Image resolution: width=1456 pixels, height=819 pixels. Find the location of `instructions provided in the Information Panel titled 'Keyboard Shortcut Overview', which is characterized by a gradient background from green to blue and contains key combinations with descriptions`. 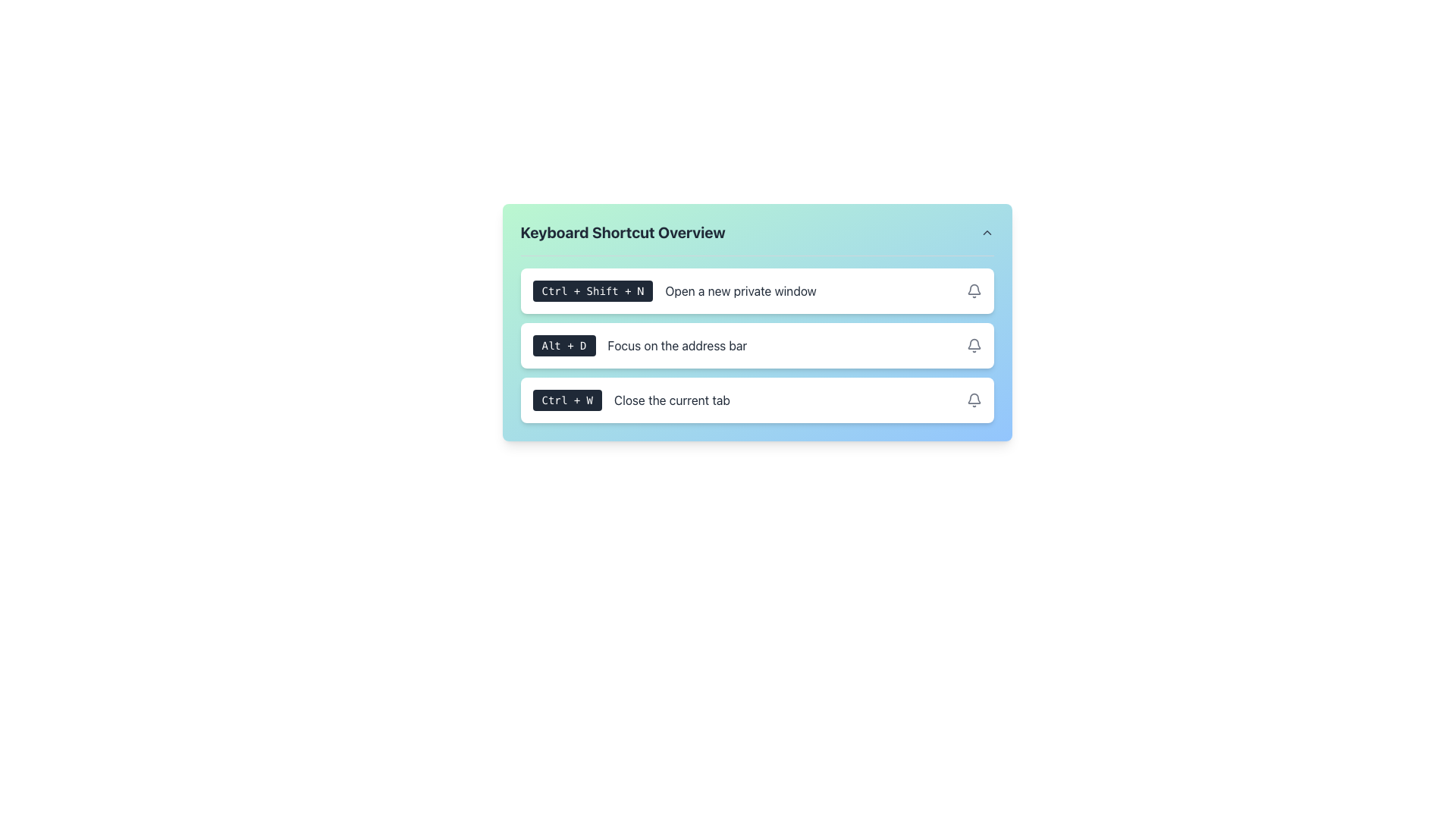

instructions provided in the Information Panel titled 'Keyboard Shortcut Overview', which is characterized by a gradient background from green to blue and contains key combinations with descriptions is located at coordinates (757, 322).